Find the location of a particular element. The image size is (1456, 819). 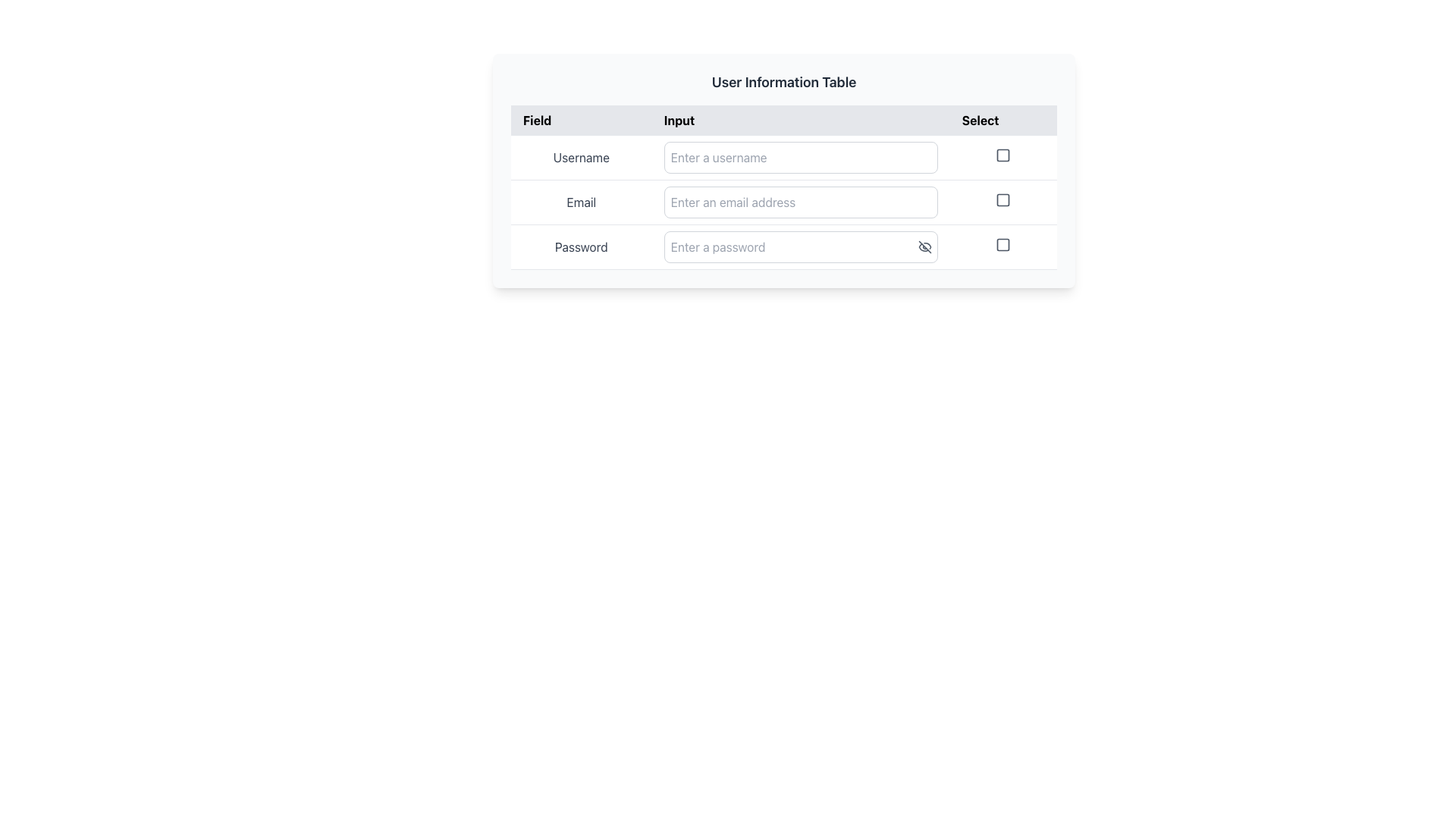

the selectable option or marker related to the 'Username' field in the 'User Information Table', positioned in the top row under the 'Select' column is located at coordinates (1003, 158).